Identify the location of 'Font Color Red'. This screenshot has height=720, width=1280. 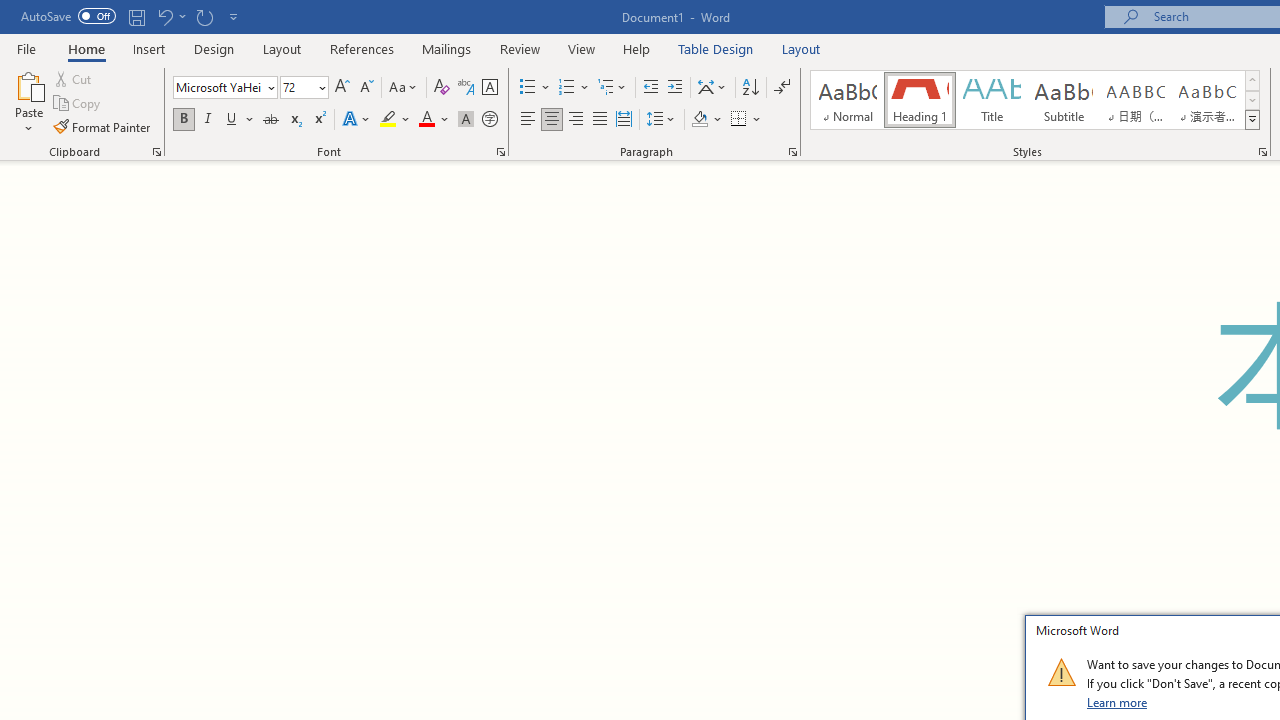
(425, 119).